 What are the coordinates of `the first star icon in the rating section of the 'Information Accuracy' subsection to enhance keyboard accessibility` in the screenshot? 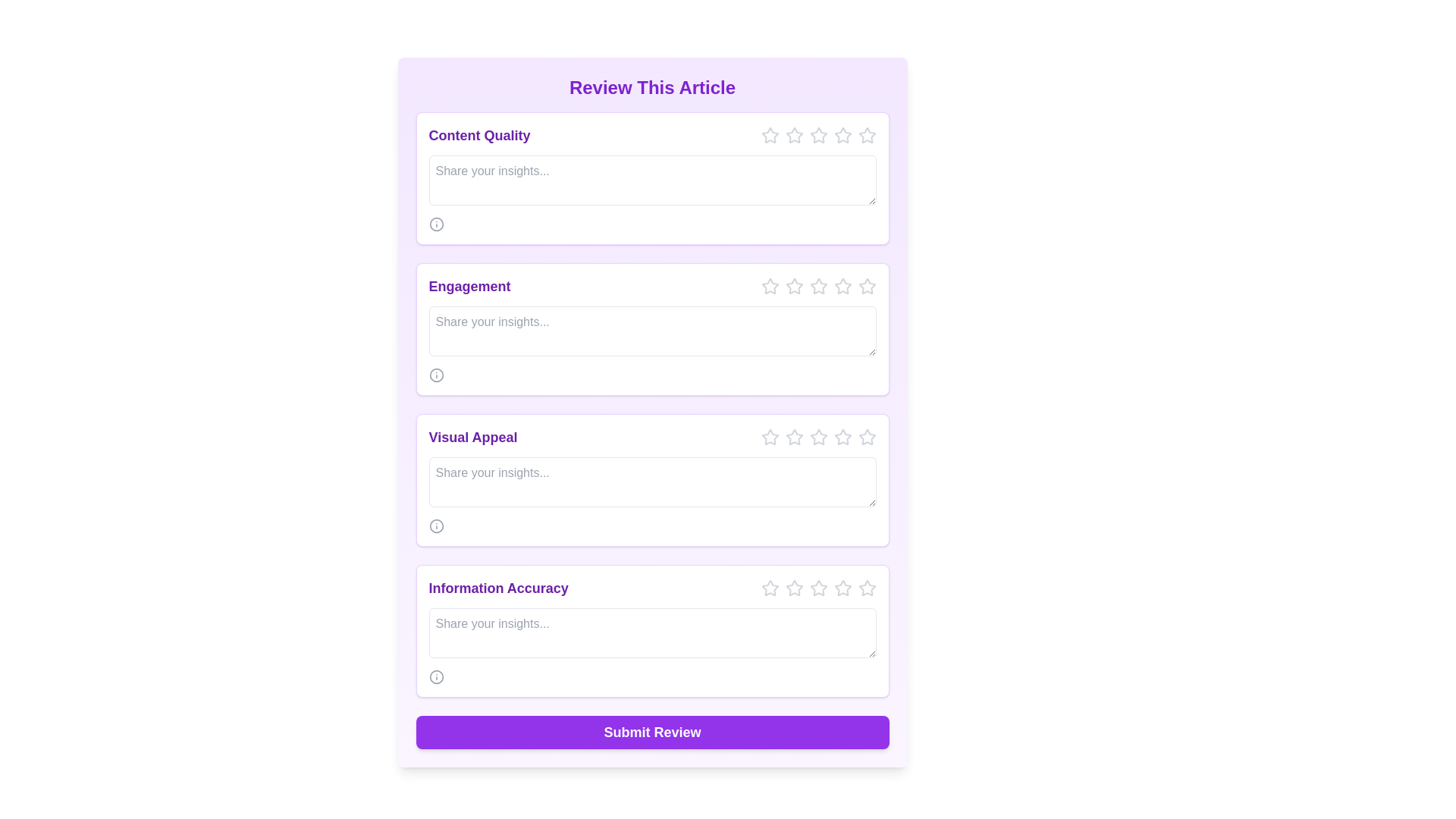 It's located at (793, 587).